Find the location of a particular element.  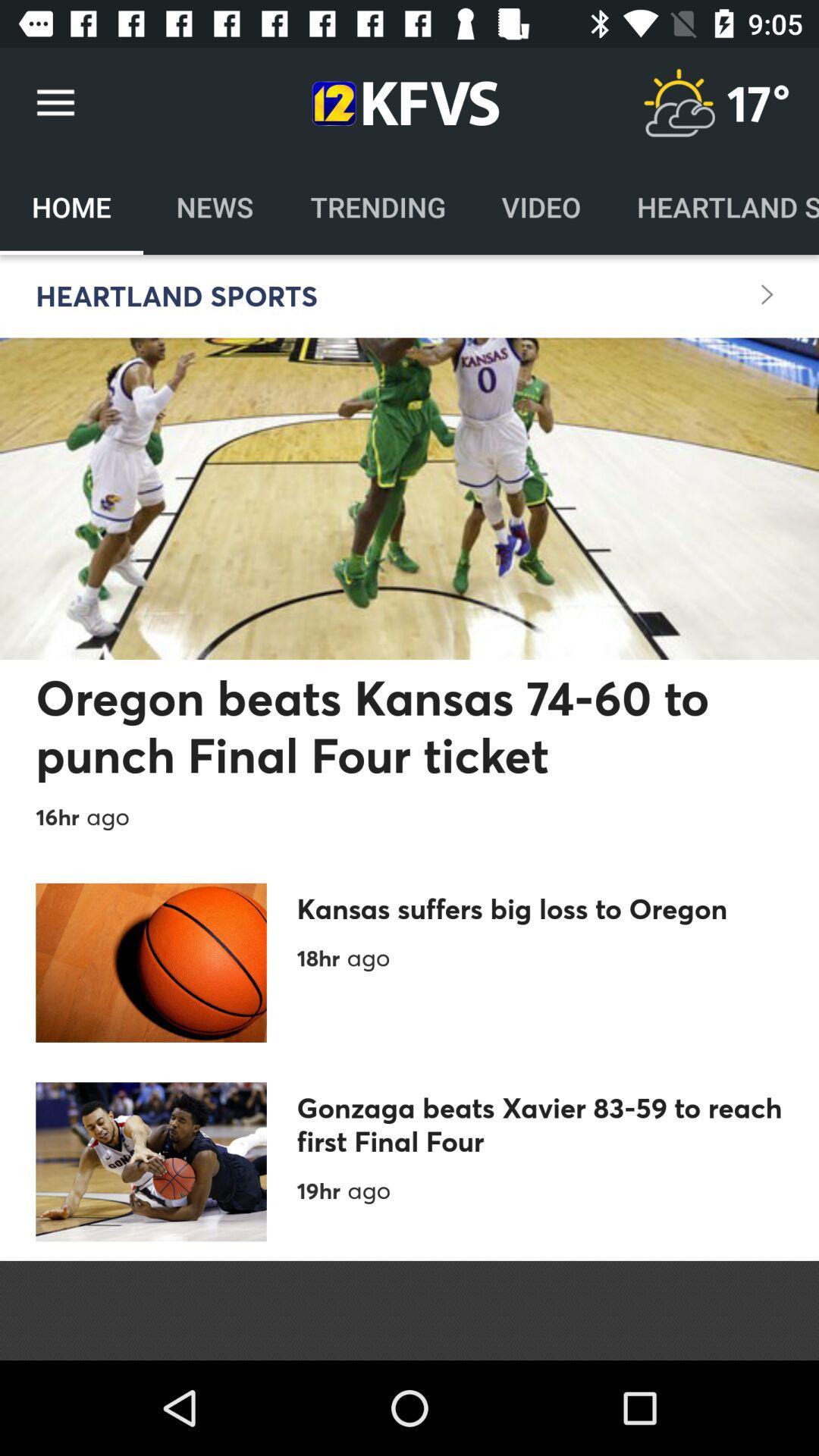

show weather is located at coordinates (678, 102).